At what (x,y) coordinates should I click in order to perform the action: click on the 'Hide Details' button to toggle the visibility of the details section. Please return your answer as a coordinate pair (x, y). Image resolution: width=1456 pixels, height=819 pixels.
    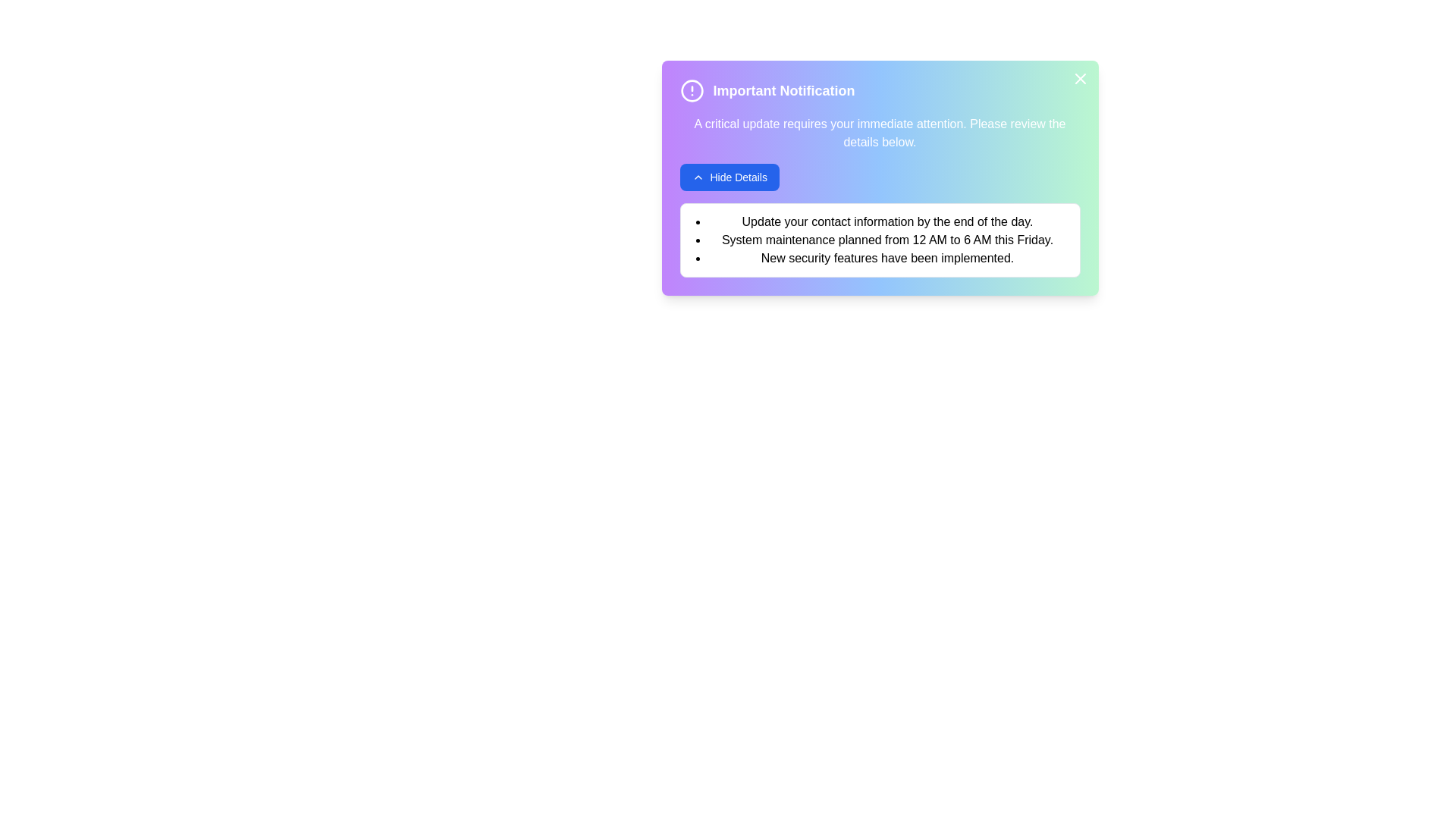
    Looking at the image, I should click on (729, 177).